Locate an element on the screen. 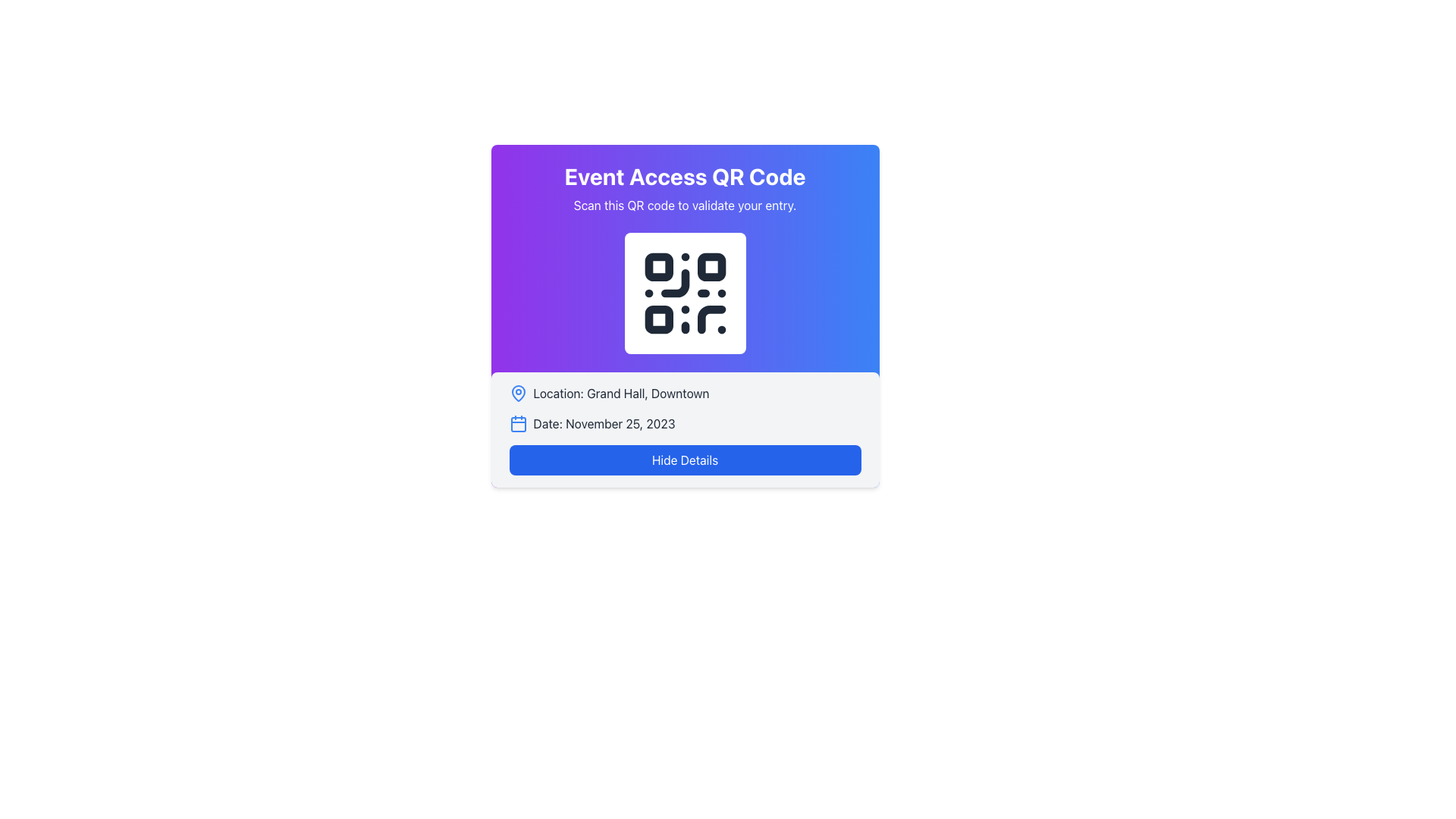 This screenshot has height=819, width=1456. the text label indicating the event's location as 'Grand Hall, Downtown', which is situated directly beneath the QR code and above the 'Date: November 25, 2023' text is located at coordinates (684, 393).